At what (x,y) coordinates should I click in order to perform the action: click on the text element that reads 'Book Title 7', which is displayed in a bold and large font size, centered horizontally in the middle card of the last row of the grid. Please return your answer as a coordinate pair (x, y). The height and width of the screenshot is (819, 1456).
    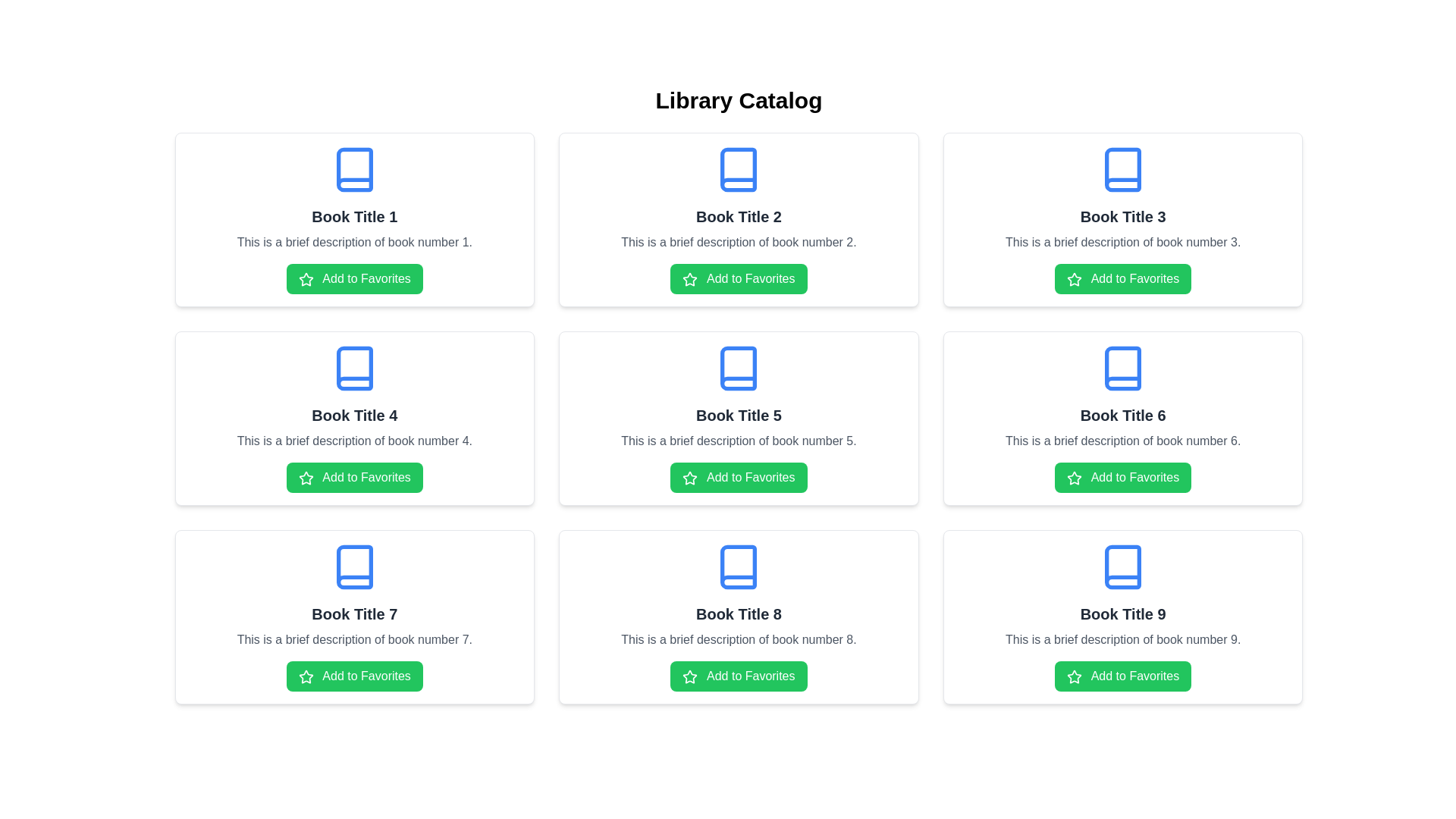
    Looking at the image, I should click on (353, 614).